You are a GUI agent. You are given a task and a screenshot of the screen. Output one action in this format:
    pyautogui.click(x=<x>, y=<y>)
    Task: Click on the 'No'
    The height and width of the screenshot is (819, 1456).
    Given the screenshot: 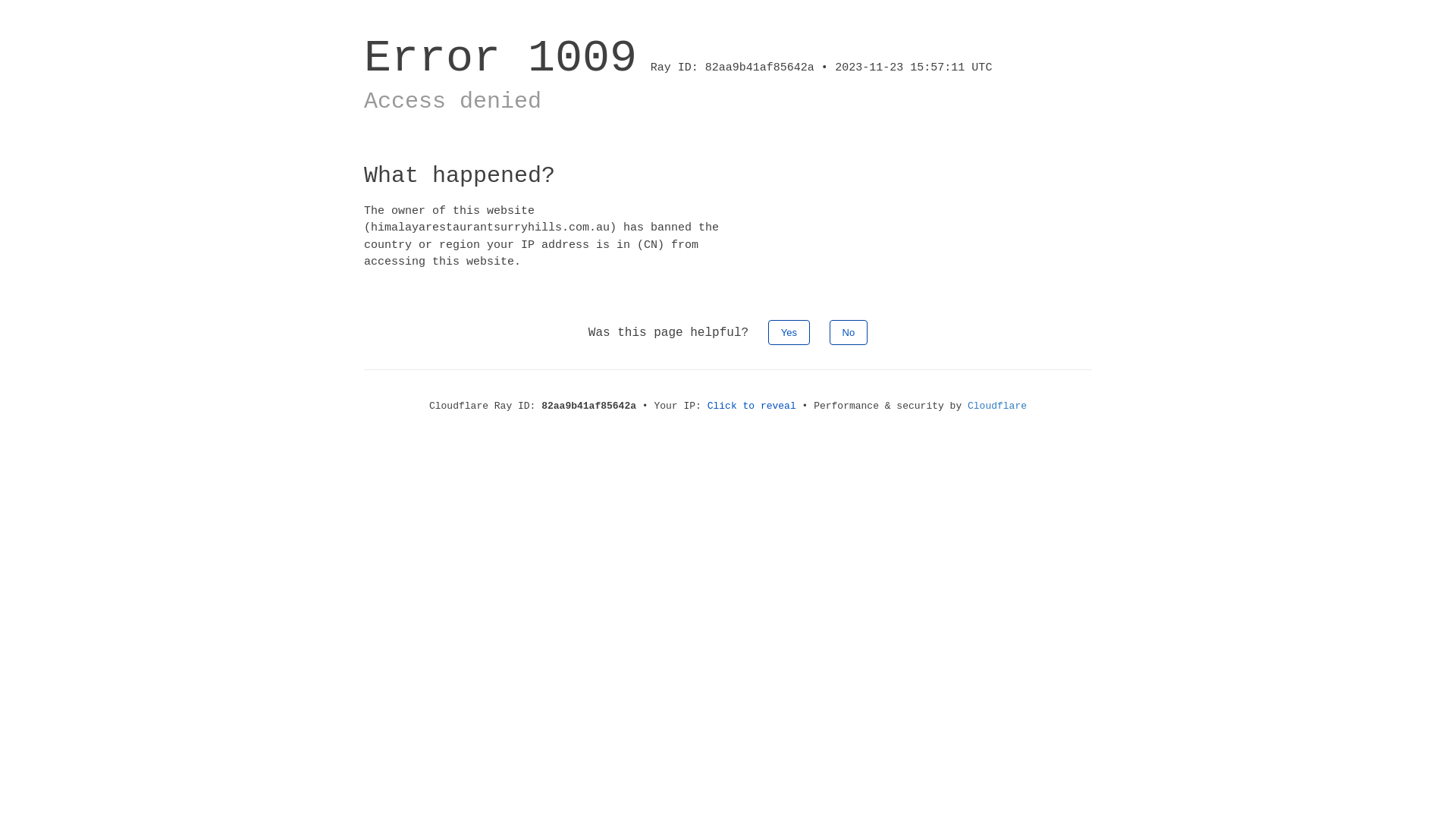 What is the action you would take?
    pyautogui.click(x=848, y=331)
    